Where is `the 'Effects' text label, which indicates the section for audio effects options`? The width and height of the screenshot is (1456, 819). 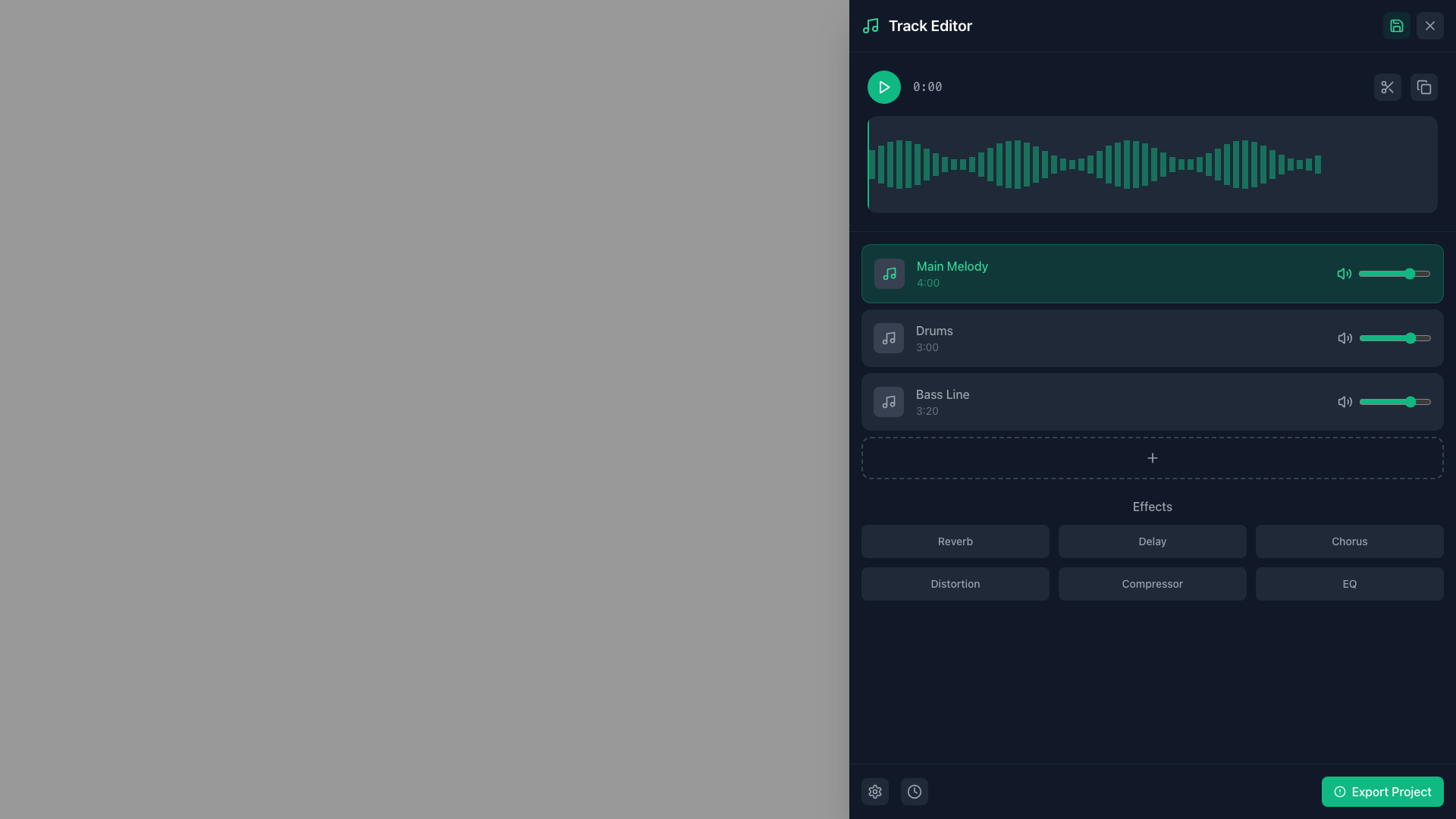
the 'Effects' text label, which indicates the section for audio effects options is located at coordinates (1153, 506).